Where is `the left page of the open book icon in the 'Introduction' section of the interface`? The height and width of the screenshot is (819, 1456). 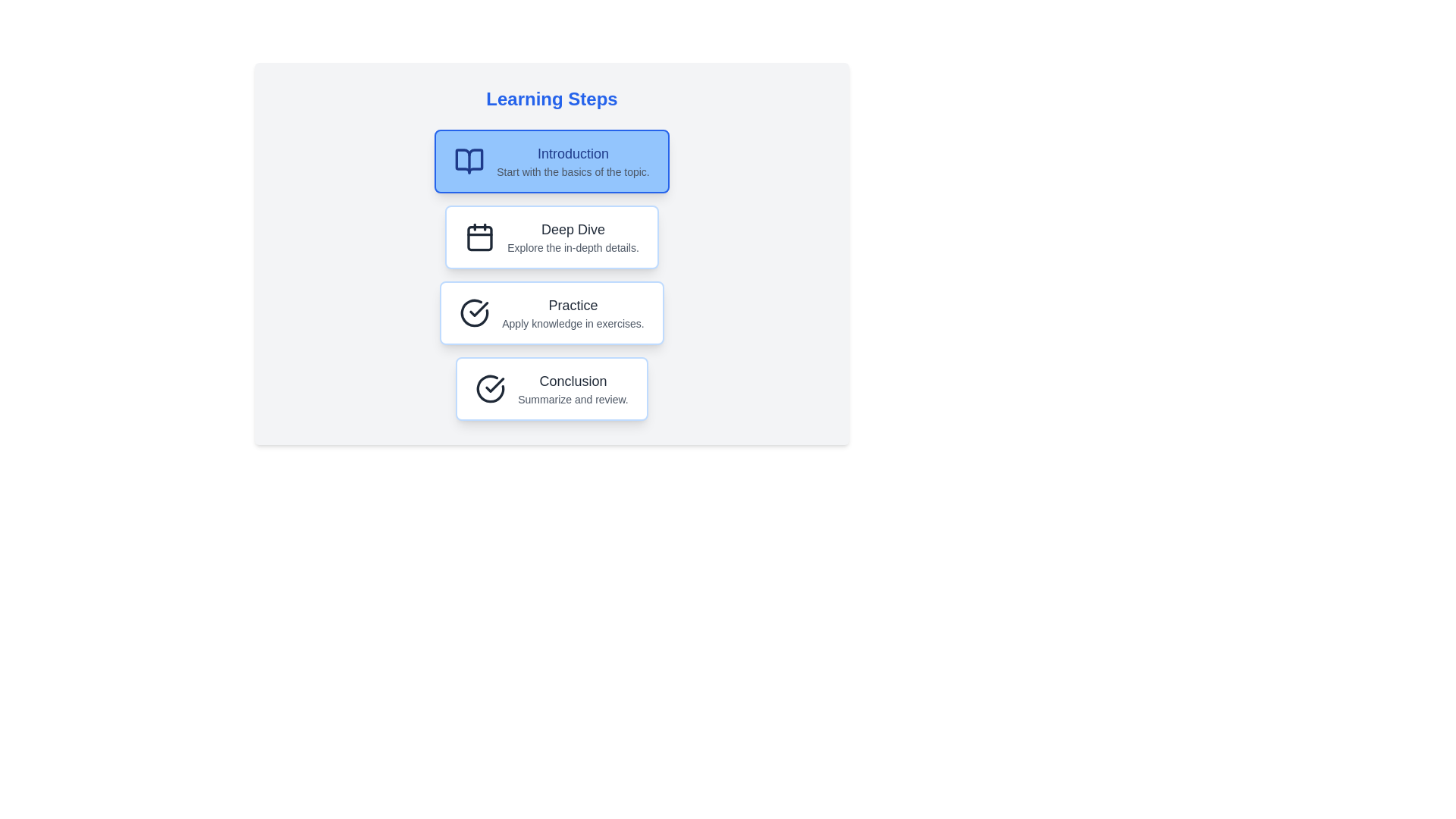
the left page of the open book icon in the 'Introduction' section of the interface is located at coordinates (469, 161).